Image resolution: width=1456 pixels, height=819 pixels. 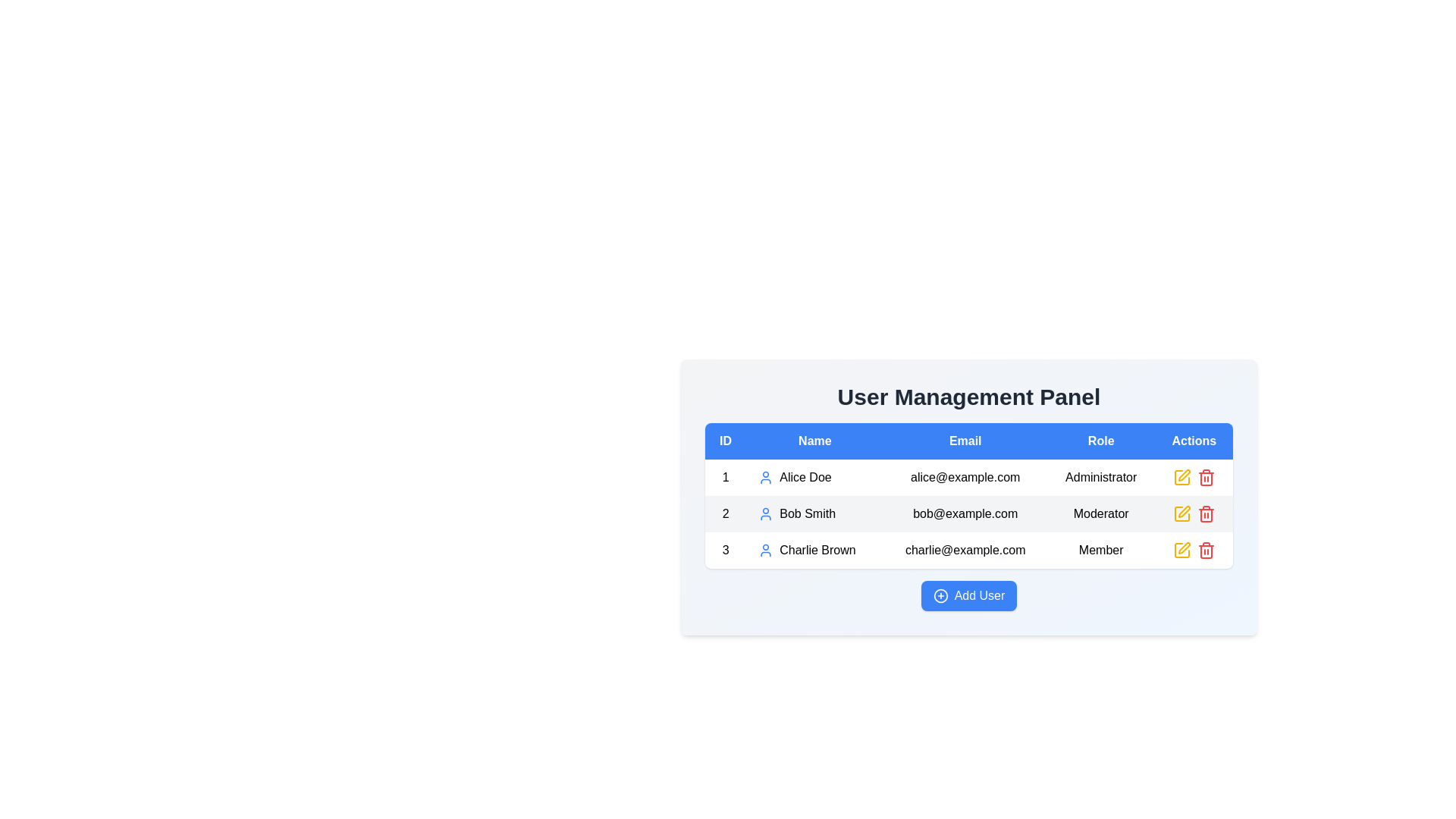 I want to click on the red trash bin icon, so click(x=1193, y=550).